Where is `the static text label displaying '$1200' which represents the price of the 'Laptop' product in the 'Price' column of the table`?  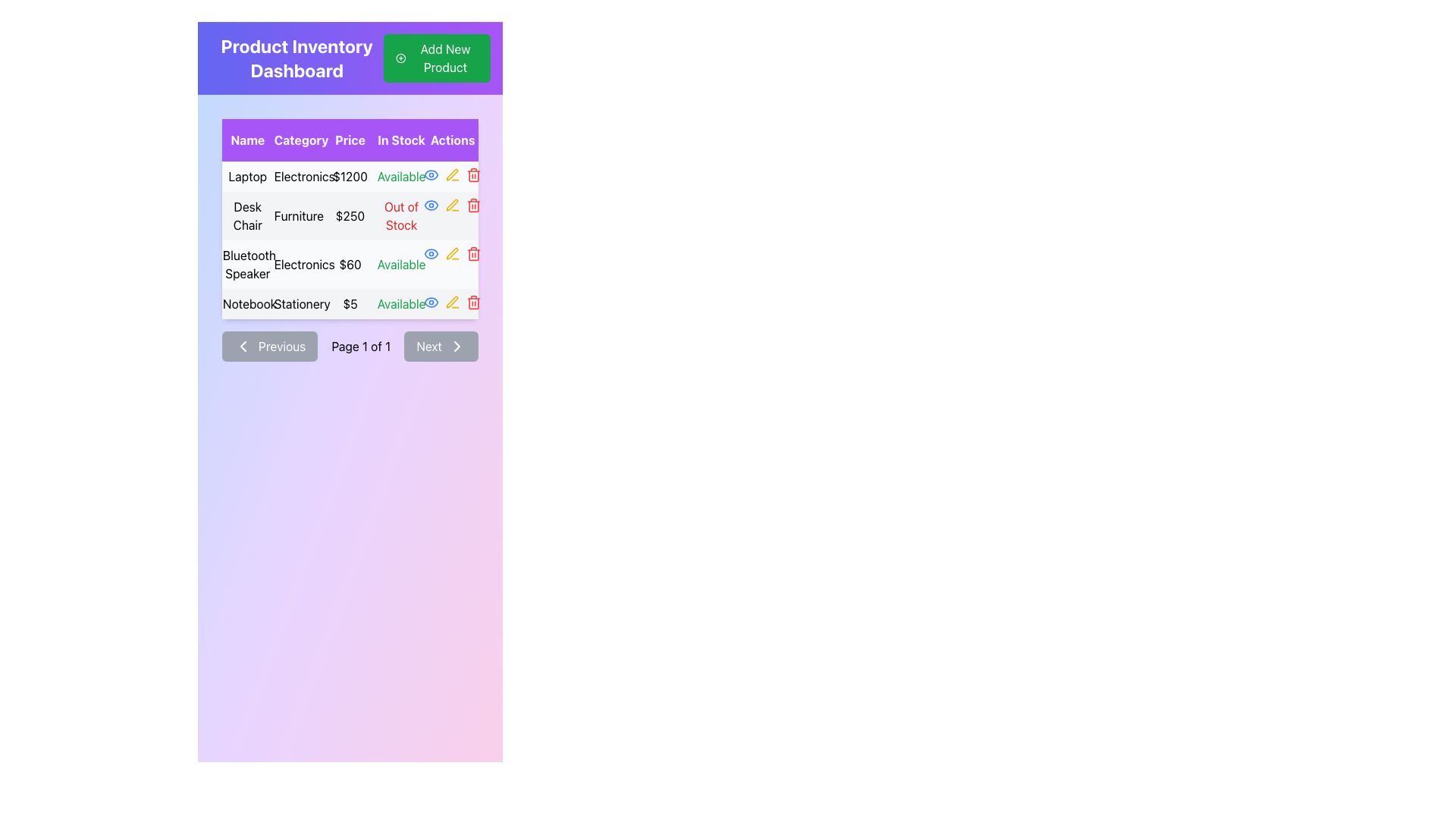 the static text label displaying '$1200' which represents the price of the 'Laptop' product in the 'Price' column of the table is located at coordinates (349, 175).